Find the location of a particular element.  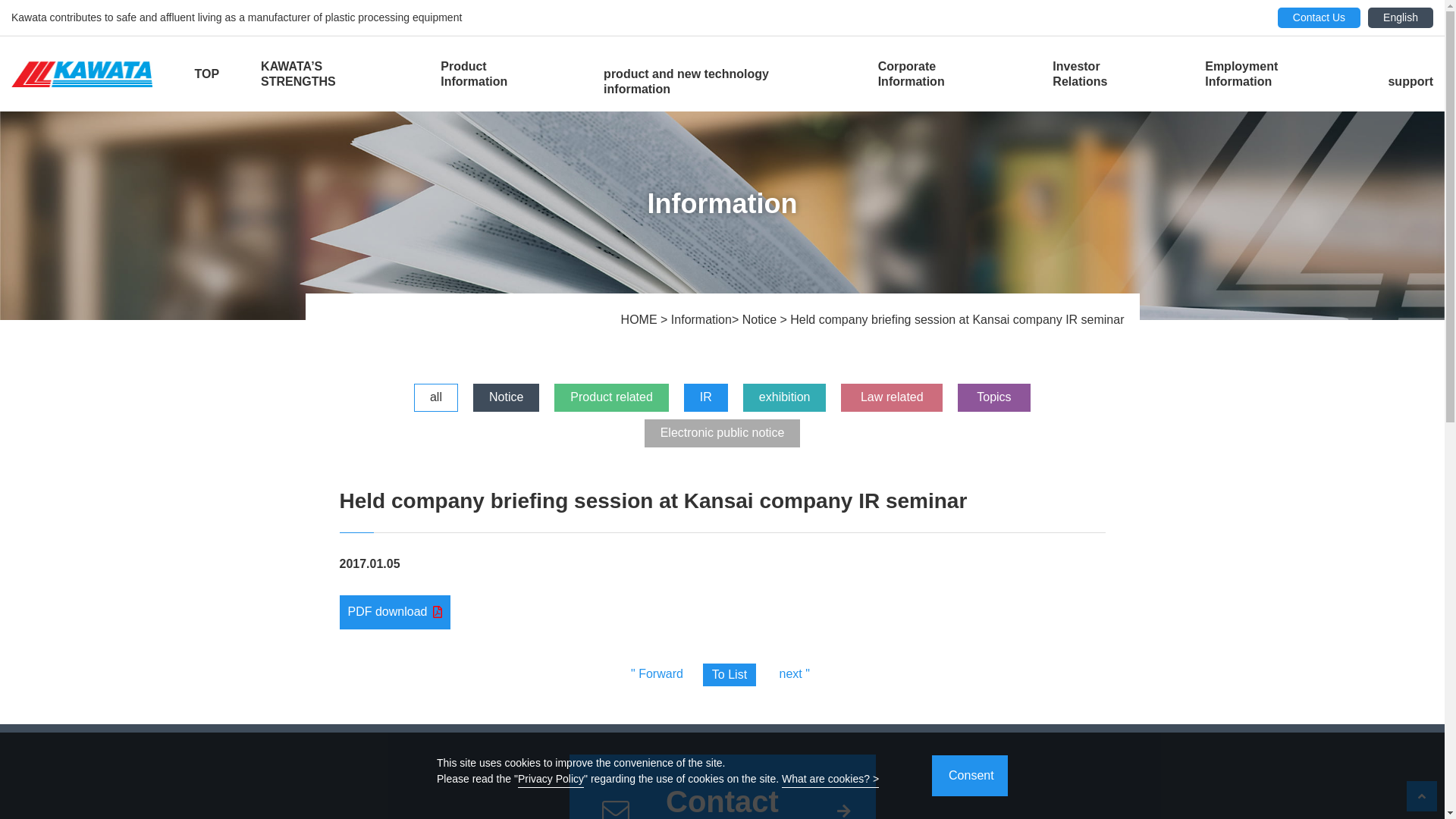

'Privacy Policy' is located at coordinates (550, 780).